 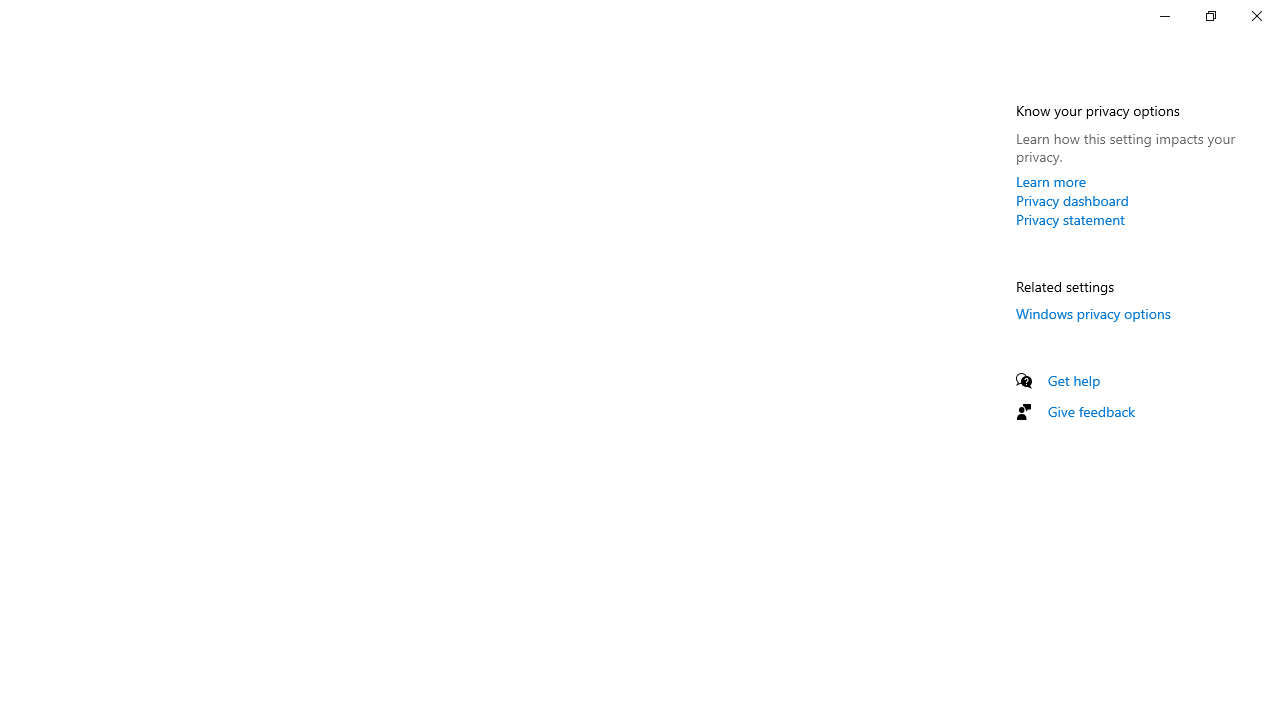 What do you see at coordinates (1164, 15) in the screenshot?
I see `'Minimize Settings'` at bounding box center [1164, 15].